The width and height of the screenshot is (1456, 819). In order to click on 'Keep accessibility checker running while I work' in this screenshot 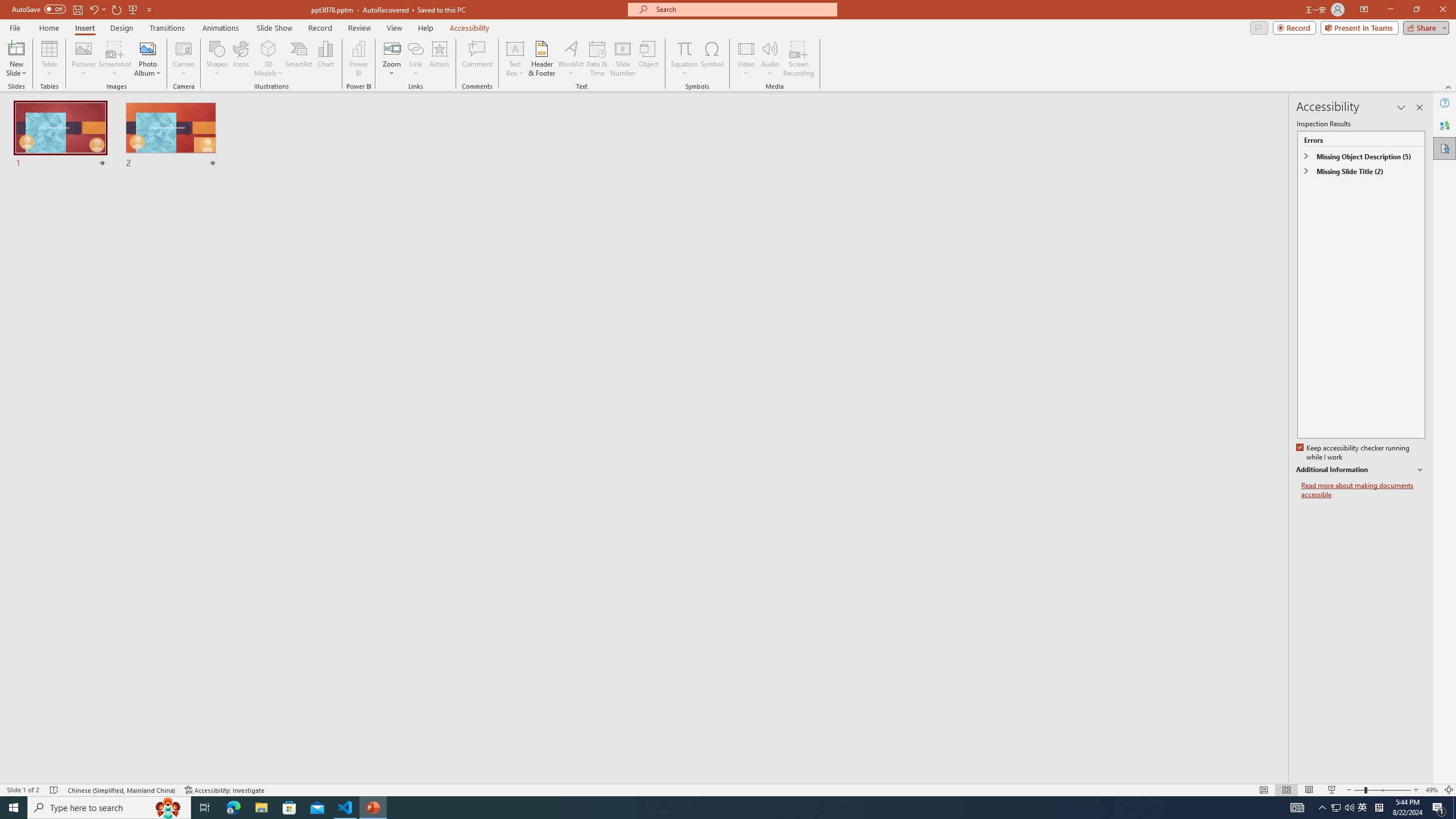, I will do `click(1354, 453)`.